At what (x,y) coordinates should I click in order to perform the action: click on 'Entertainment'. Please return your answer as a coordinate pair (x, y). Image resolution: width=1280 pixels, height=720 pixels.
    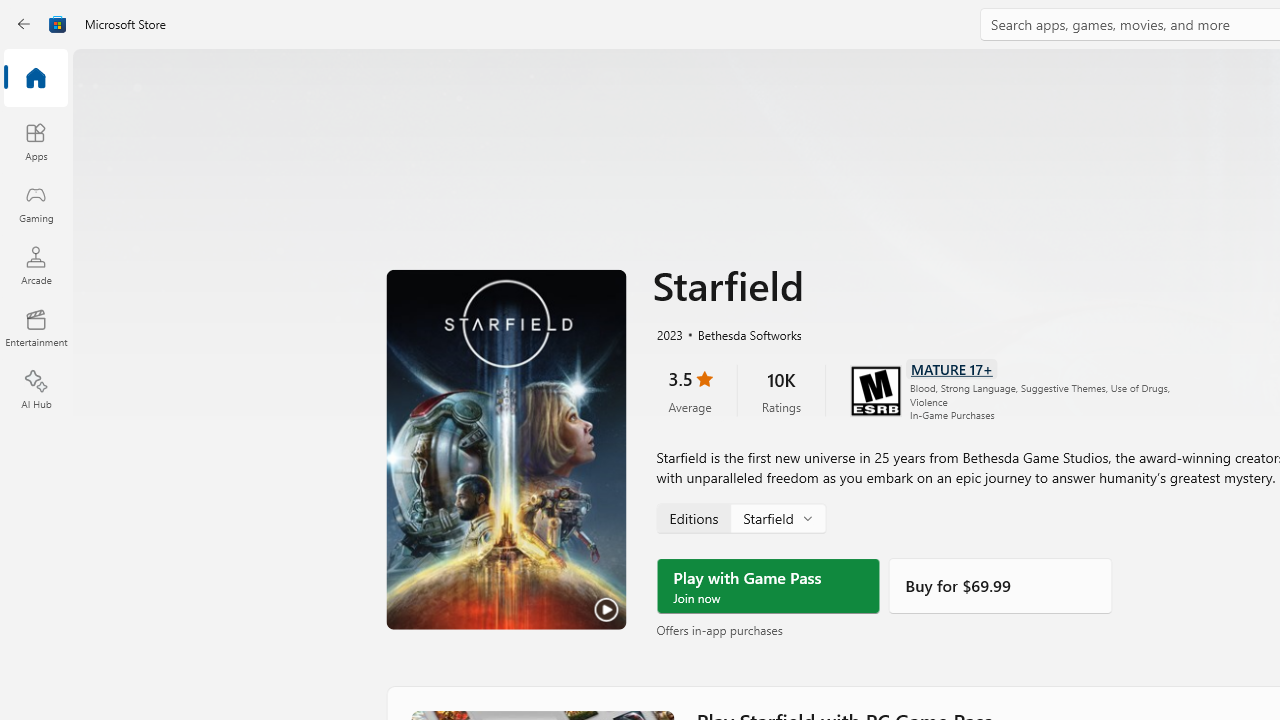
    Looking at the image, I should click on (35, 326).